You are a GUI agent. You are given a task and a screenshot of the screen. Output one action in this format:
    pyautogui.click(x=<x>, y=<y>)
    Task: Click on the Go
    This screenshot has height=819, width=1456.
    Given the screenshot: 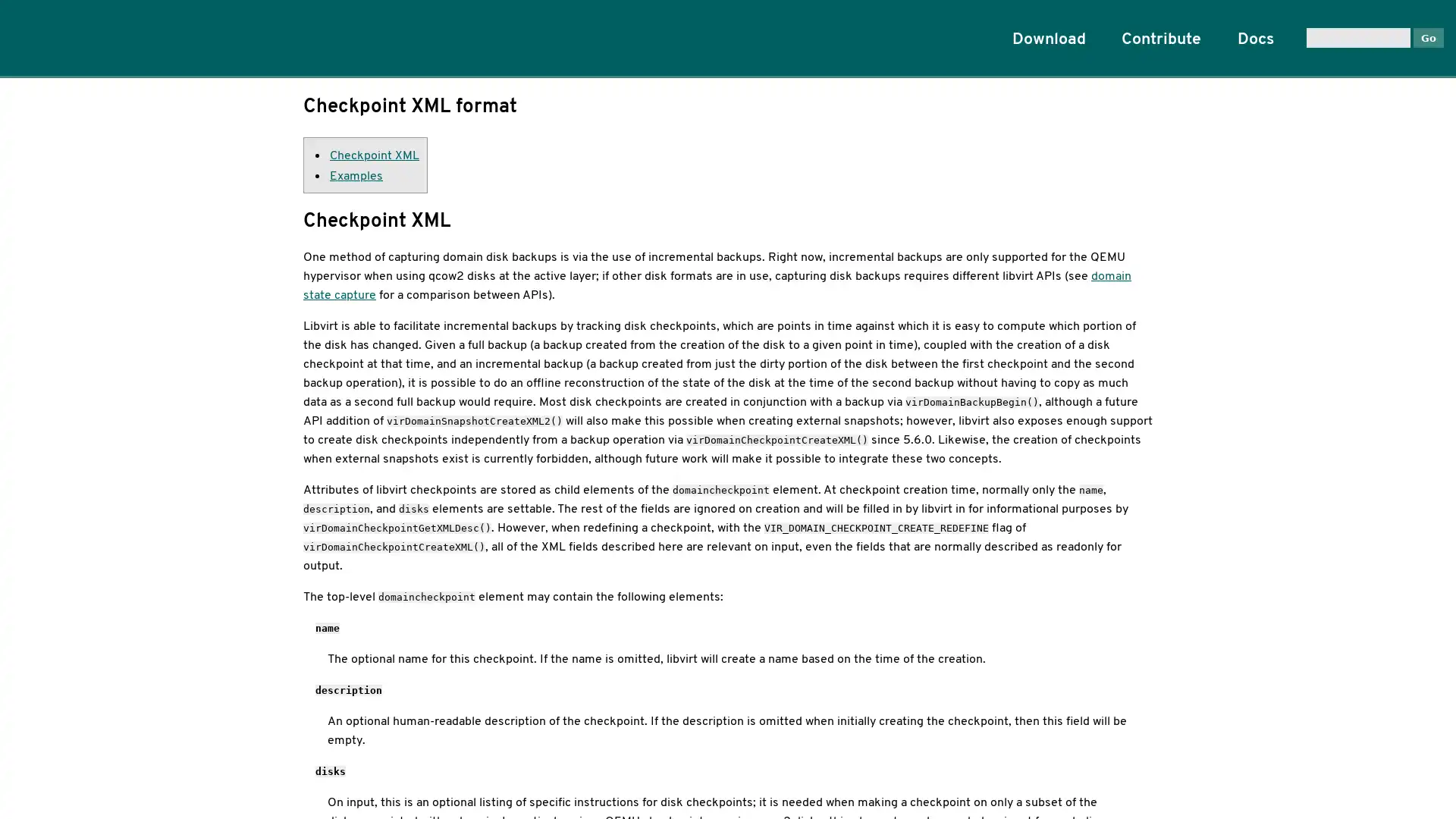 What is the action you would take?
    pyautogui.click(x=1427, y=36)
    